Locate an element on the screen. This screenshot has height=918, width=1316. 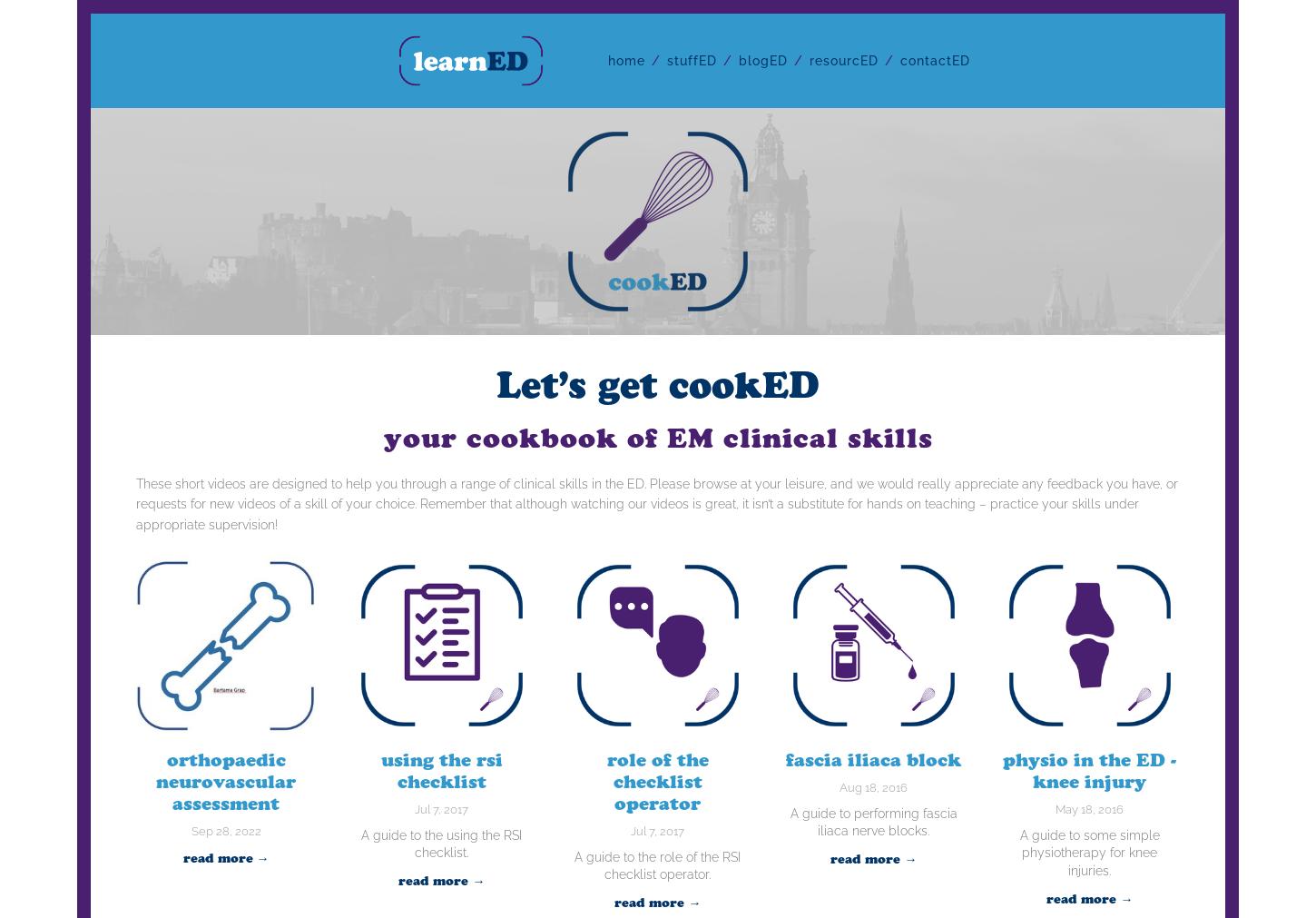
'A guide to the role of the RSI checklist operator.' is located at coordinates (574, 864).